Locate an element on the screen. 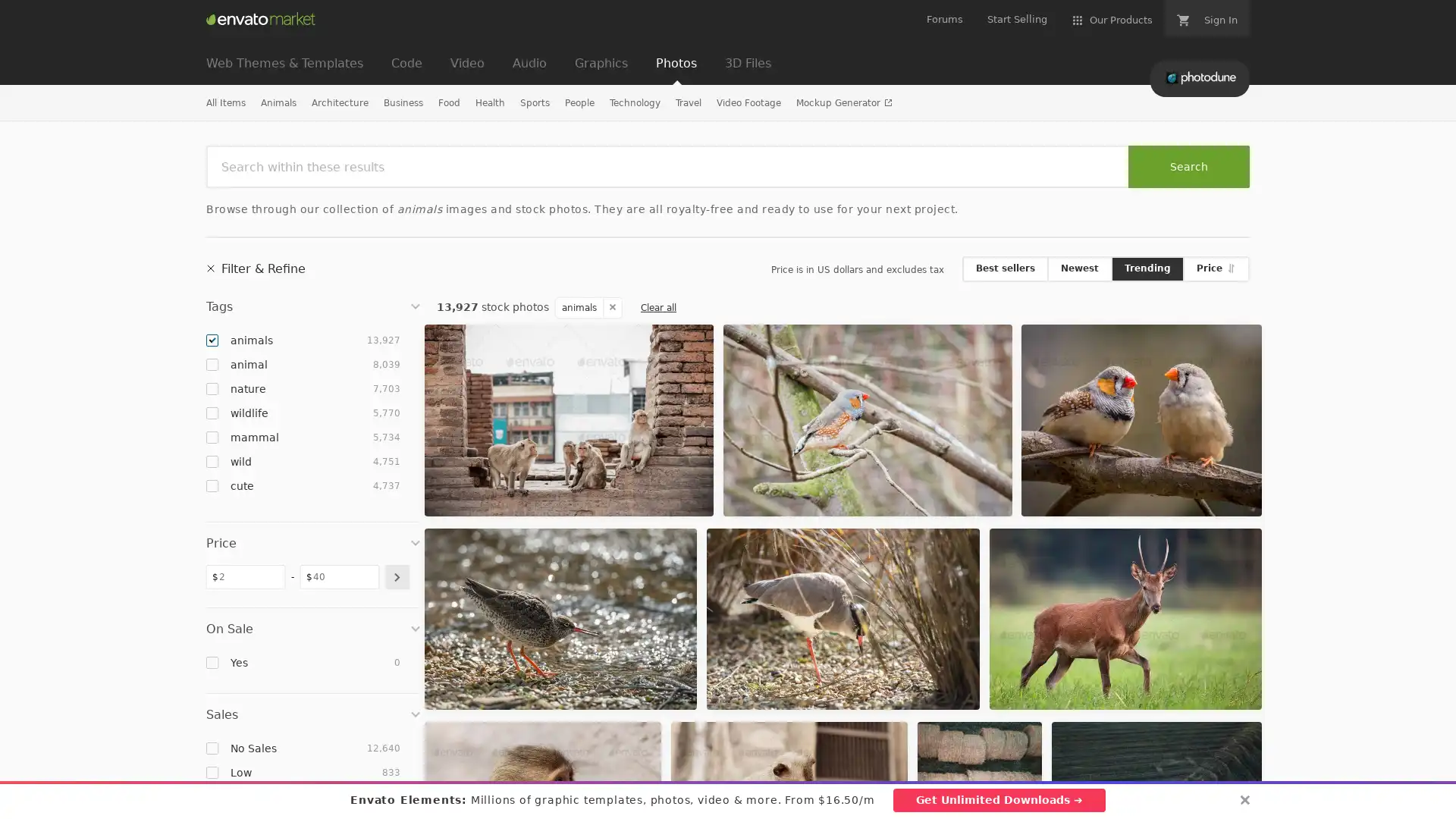 This screenshot has height=819, width=1456. Add to Favorites is located at coordinates (641, 739).